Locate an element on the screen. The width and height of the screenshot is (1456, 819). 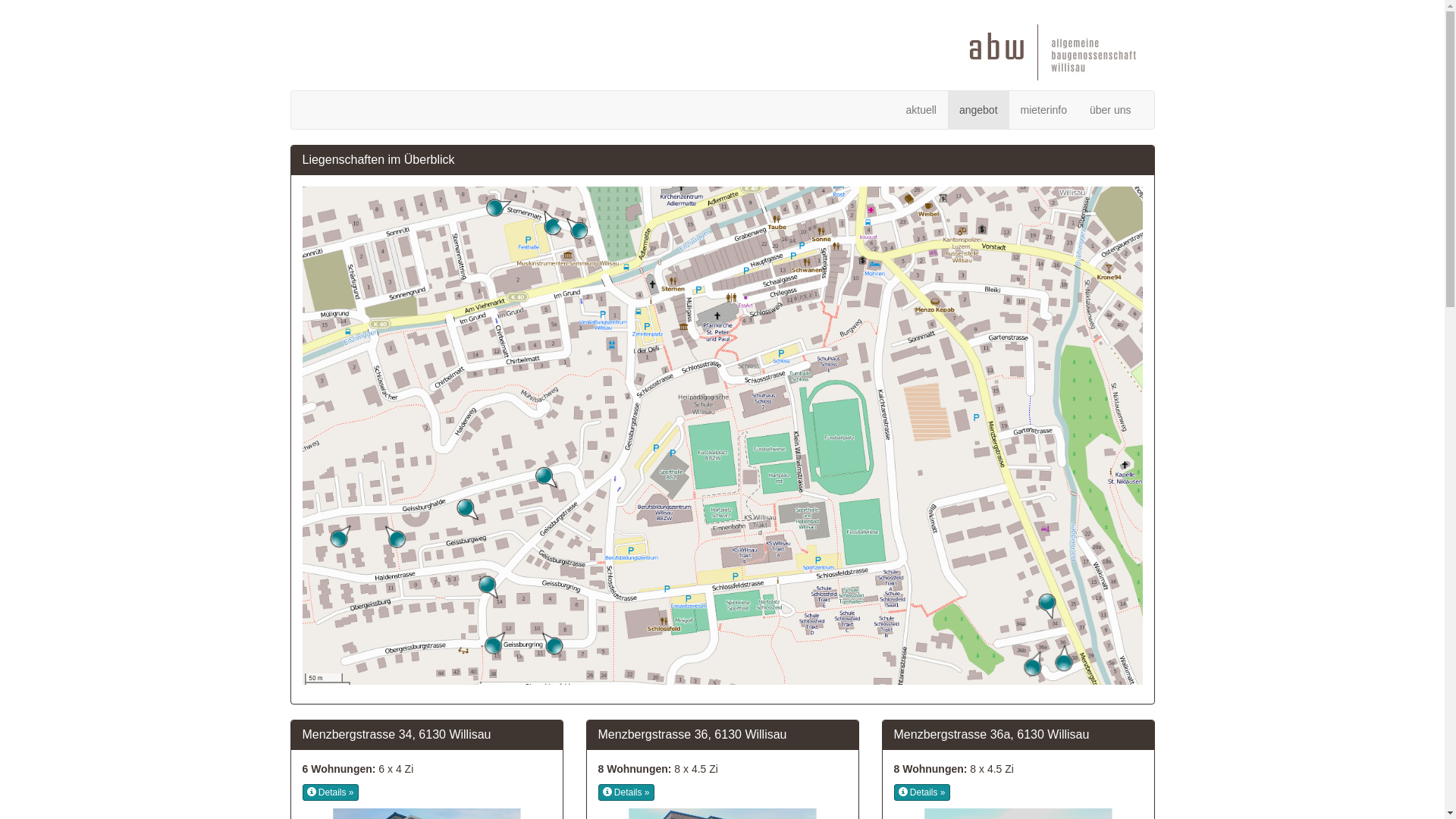
'angebot' is located at coordinates (978, 109).